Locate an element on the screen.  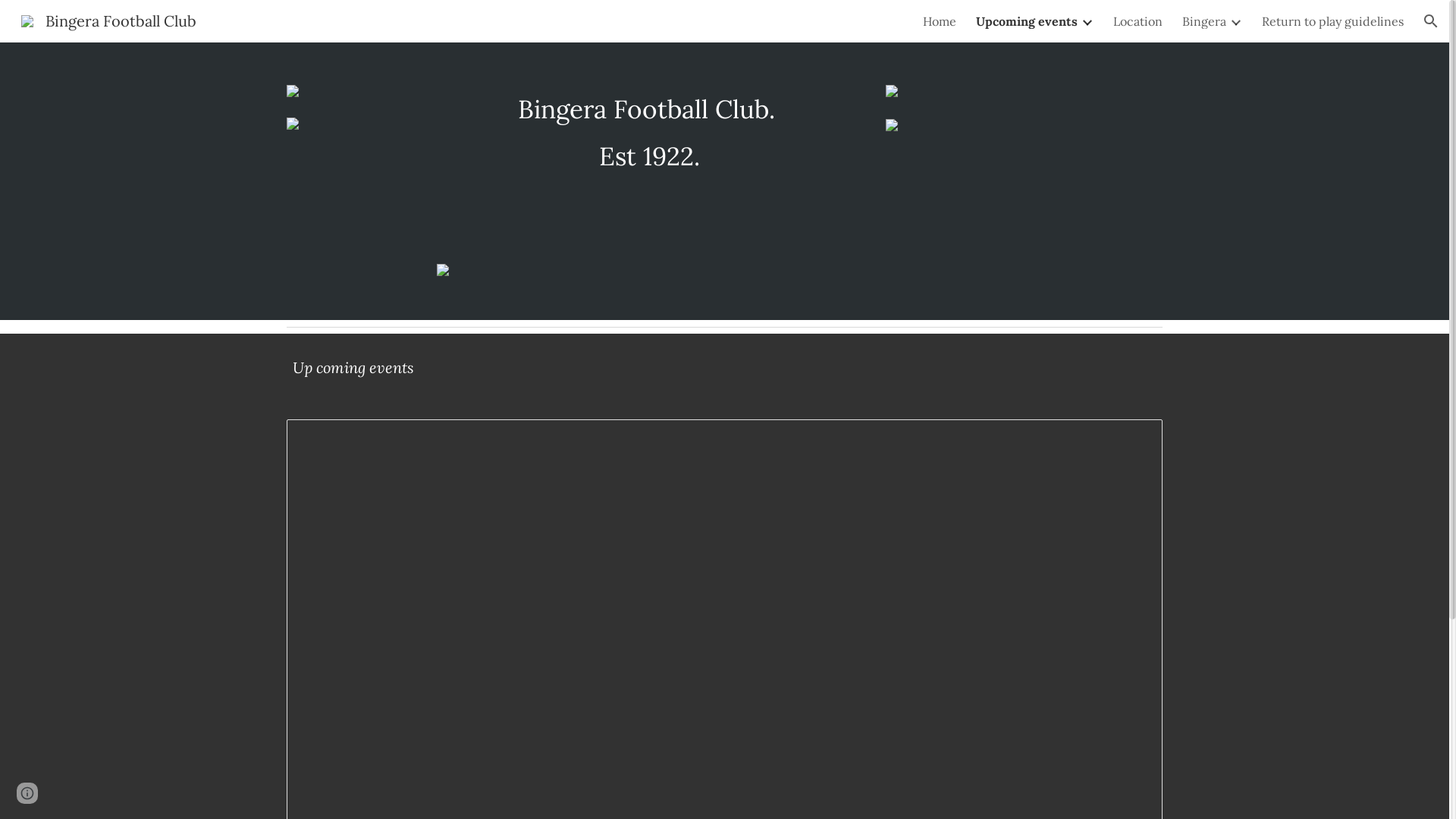
'Bingera' is located at coordinates (1203, 20).